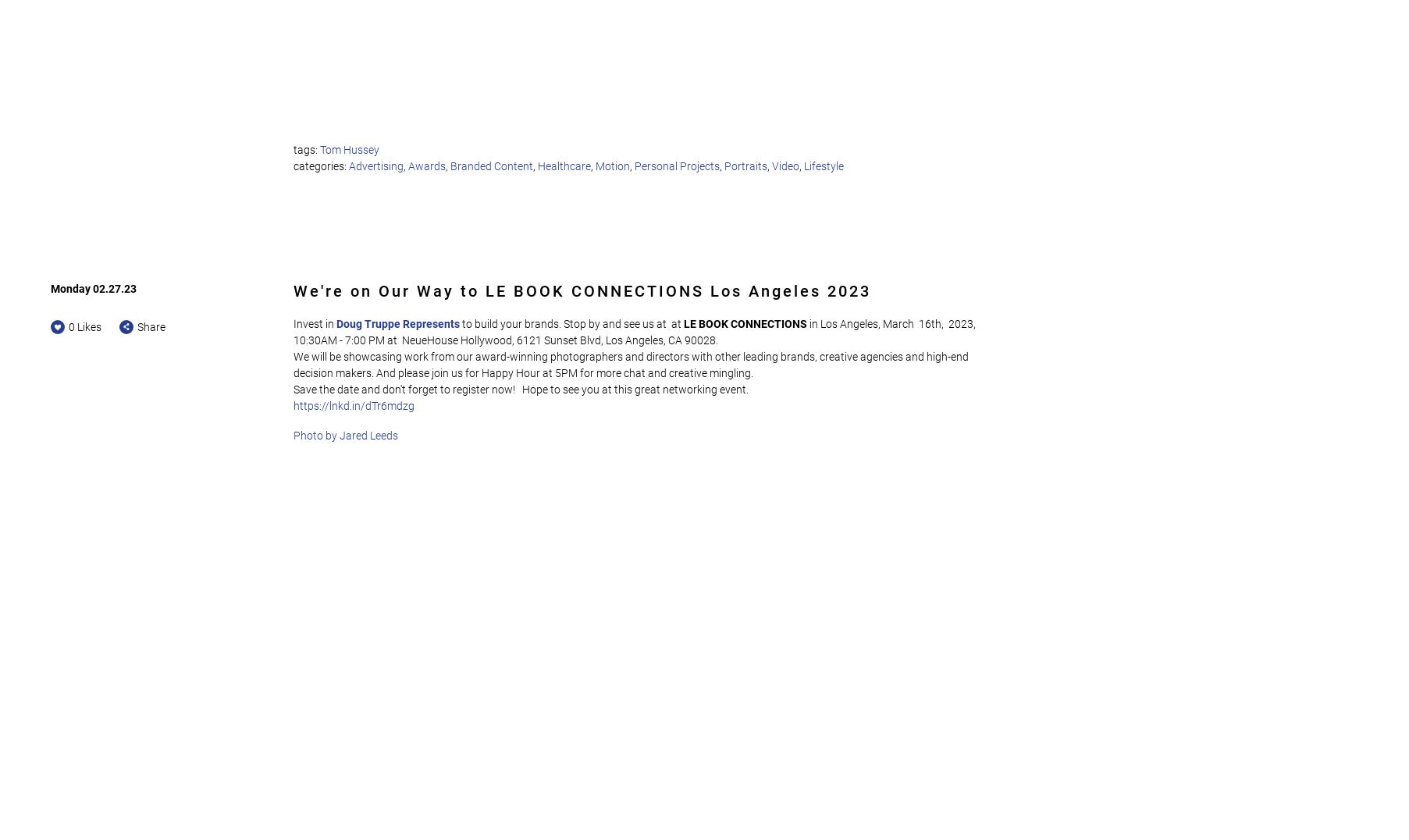  What do you see at coordinates (682, 323) in the screenshot?
I see `'LE BOOK'` at bounding box center [682, 323].